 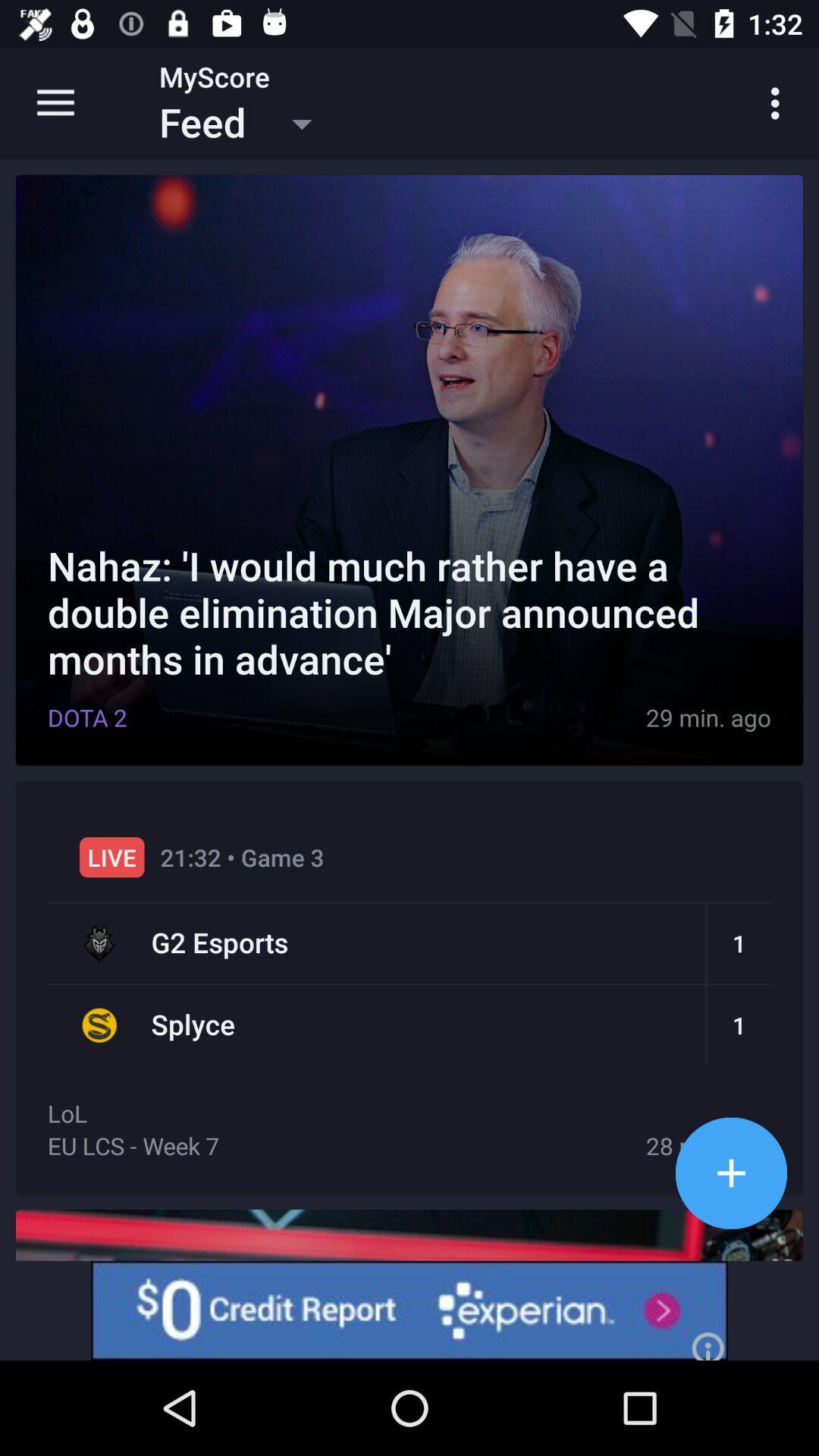 What do you see at coordinates (730, 1172) in the screenshot?
I see `new` at bounding box center [730, 1172].